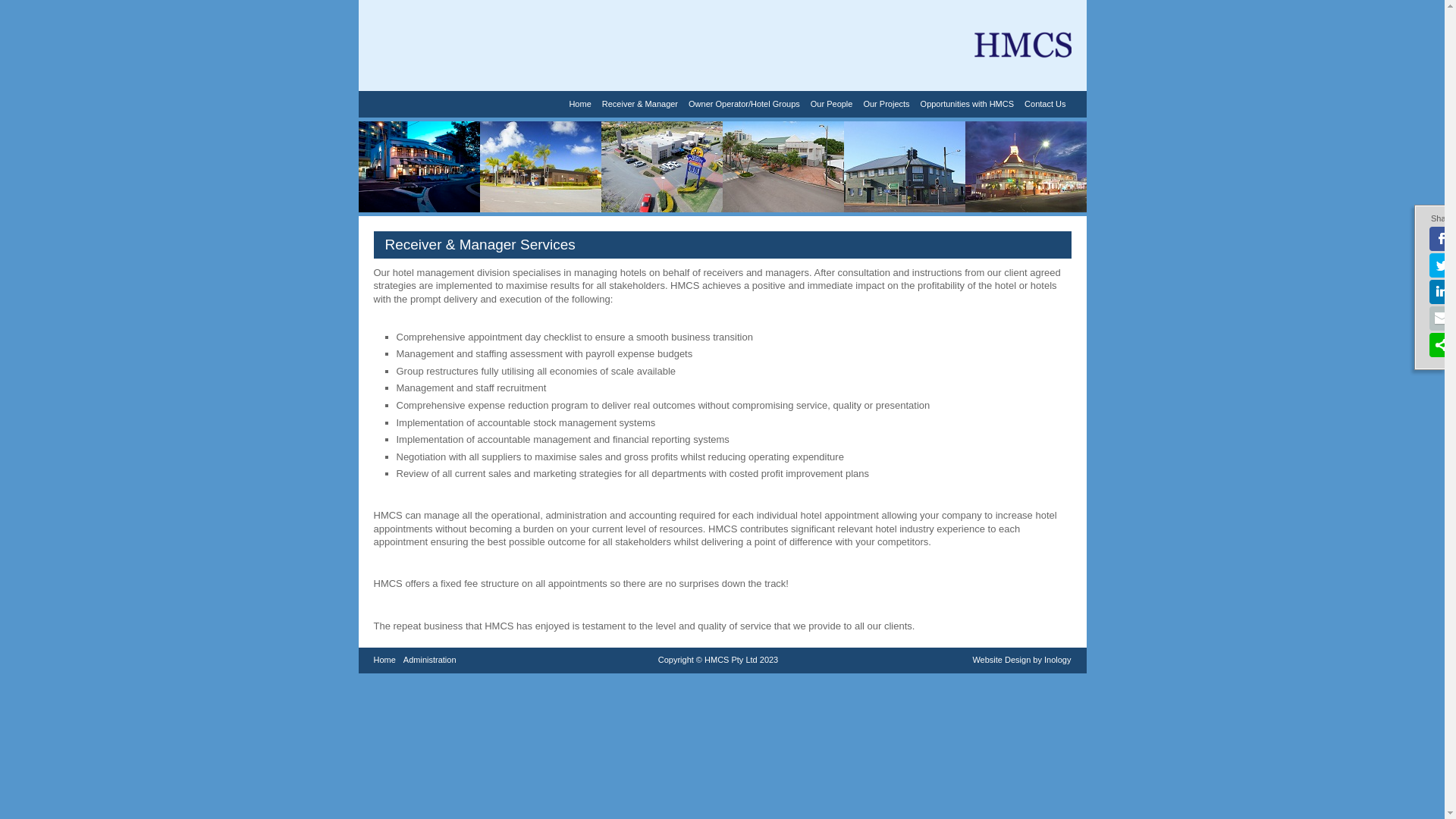 This screenshot has height=819, width=1456. I want to click on 'Home', so click(372, 660).